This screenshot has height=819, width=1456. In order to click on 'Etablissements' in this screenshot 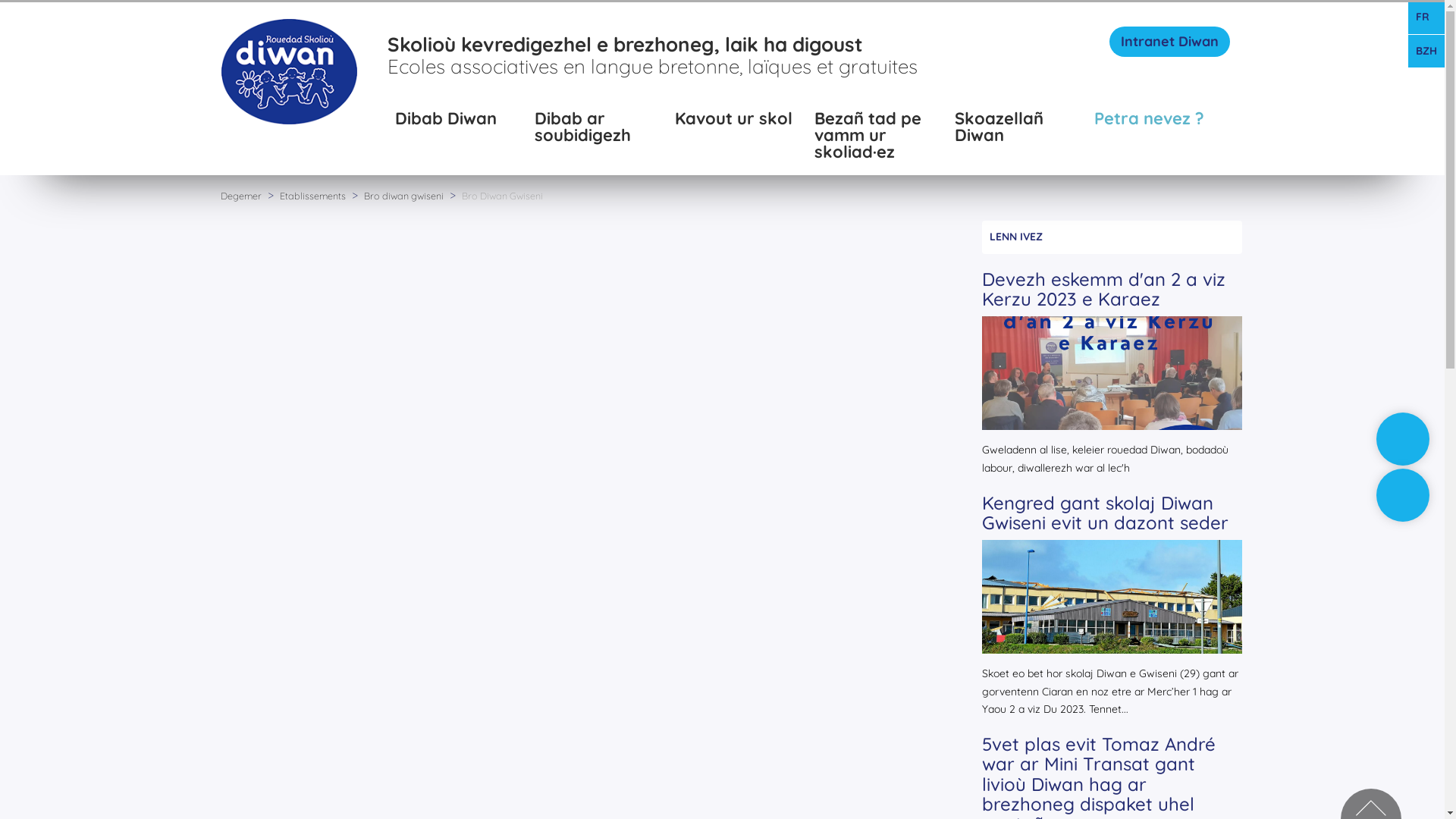, I will do `click(312, 195)`.